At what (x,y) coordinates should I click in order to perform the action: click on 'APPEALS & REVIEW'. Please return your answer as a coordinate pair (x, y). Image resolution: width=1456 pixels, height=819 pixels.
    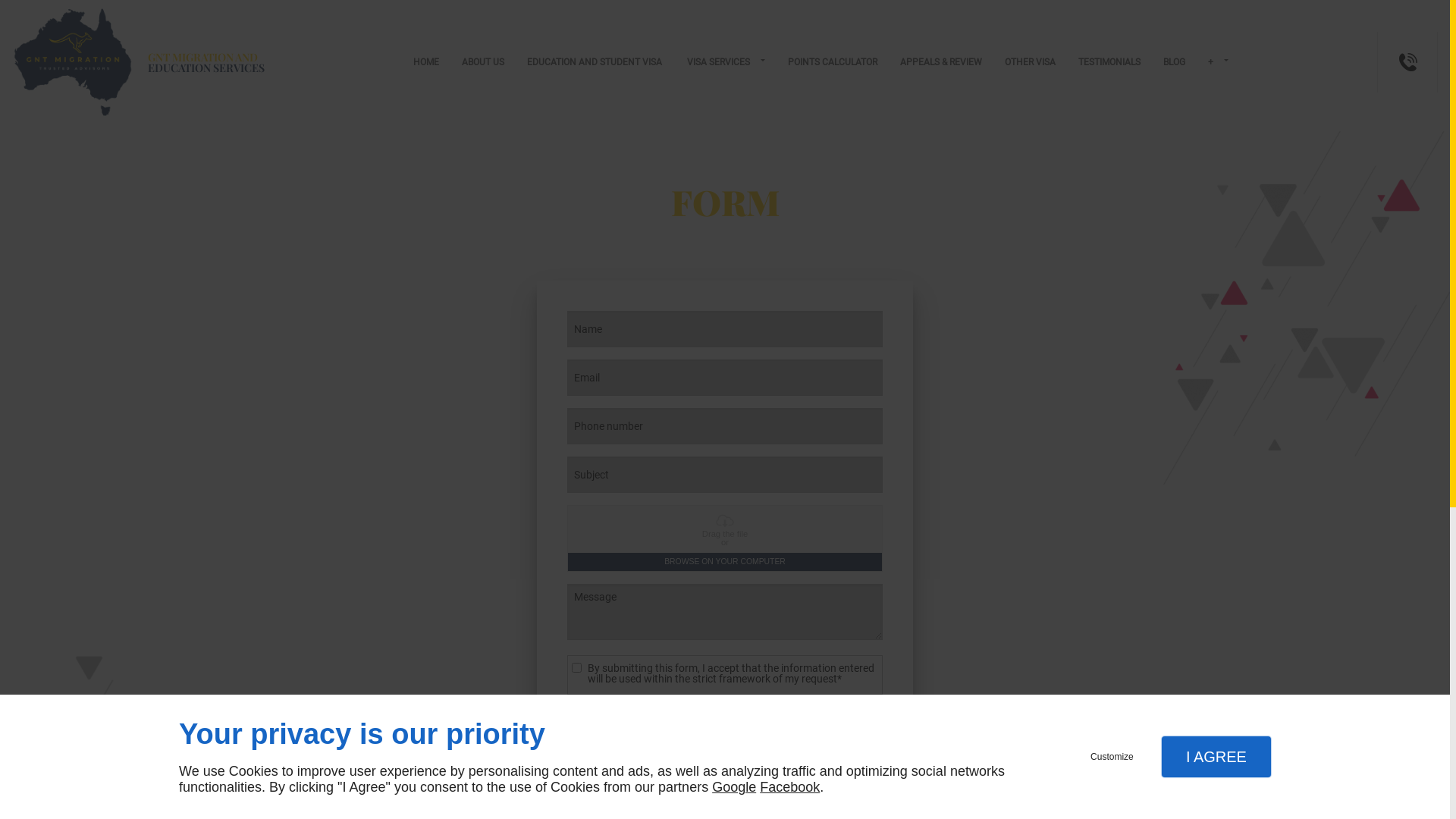
    Looking at the image, I should click on (940, 61).